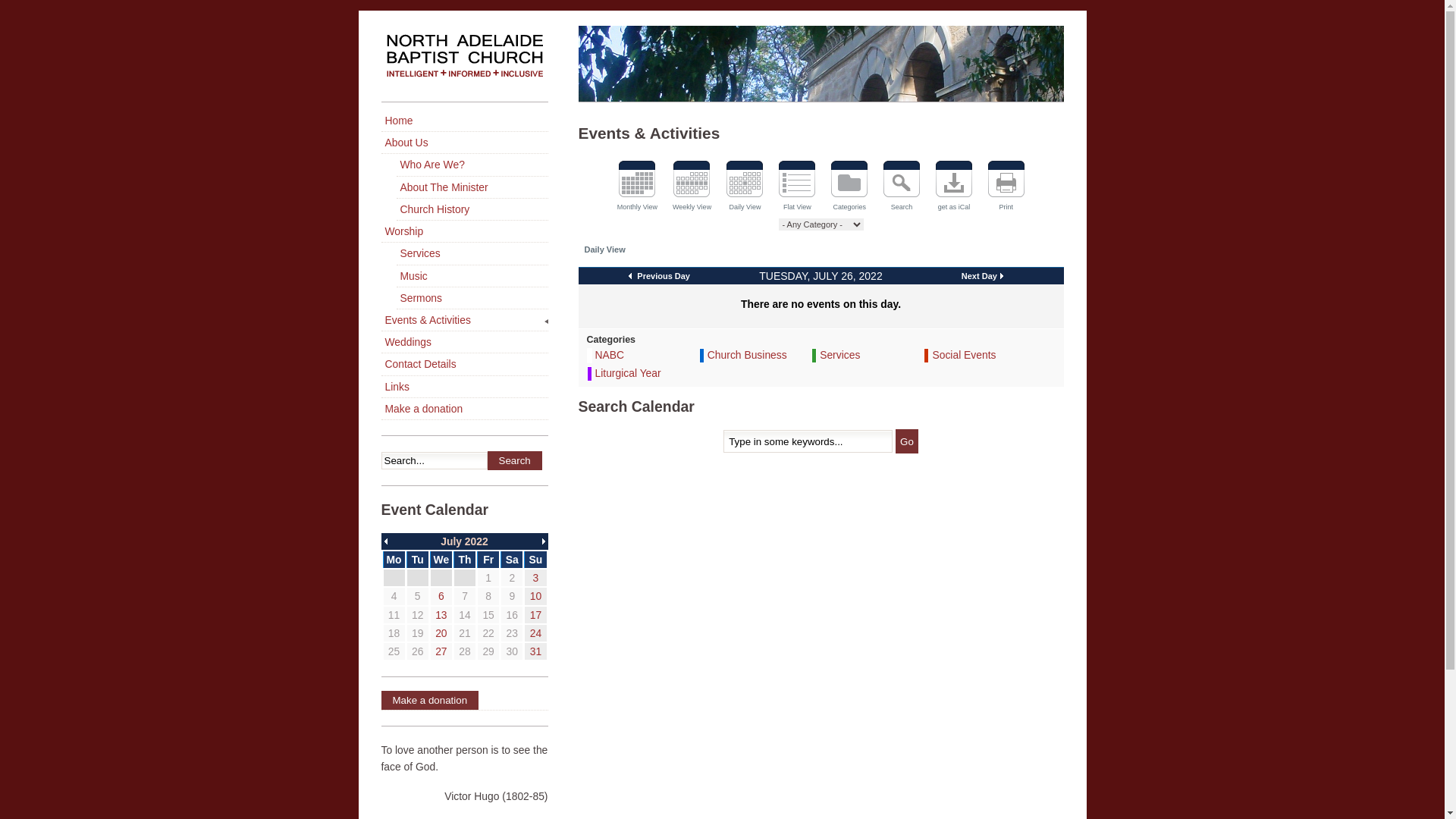 The height and width of the screenshot is (819, 1456). What do you see at coordinates (659, 275) in the screenshot?
I see `'Previous Day'` at bounding box center [659, 275].